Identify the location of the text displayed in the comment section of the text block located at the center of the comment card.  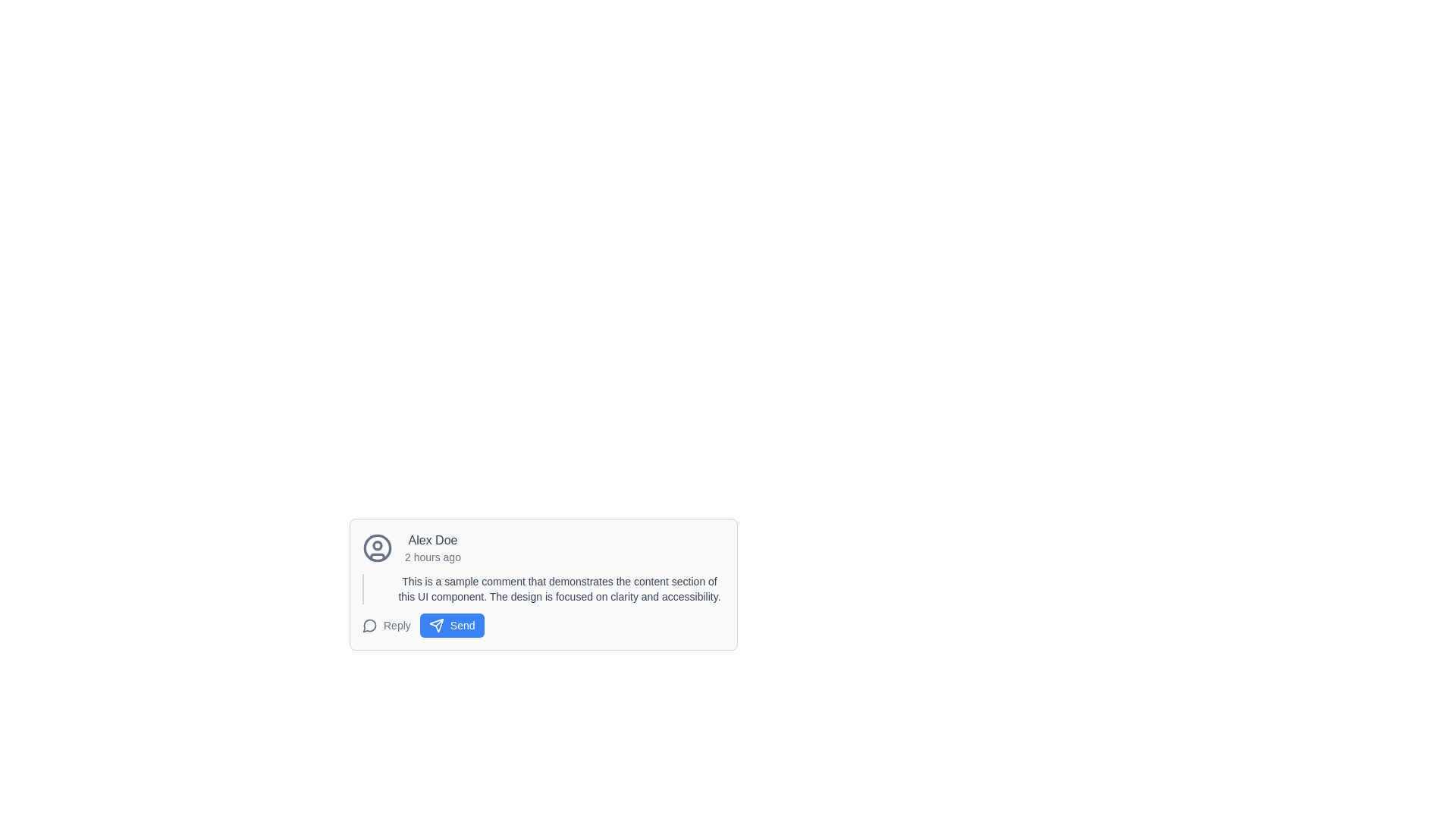
(559, 588).